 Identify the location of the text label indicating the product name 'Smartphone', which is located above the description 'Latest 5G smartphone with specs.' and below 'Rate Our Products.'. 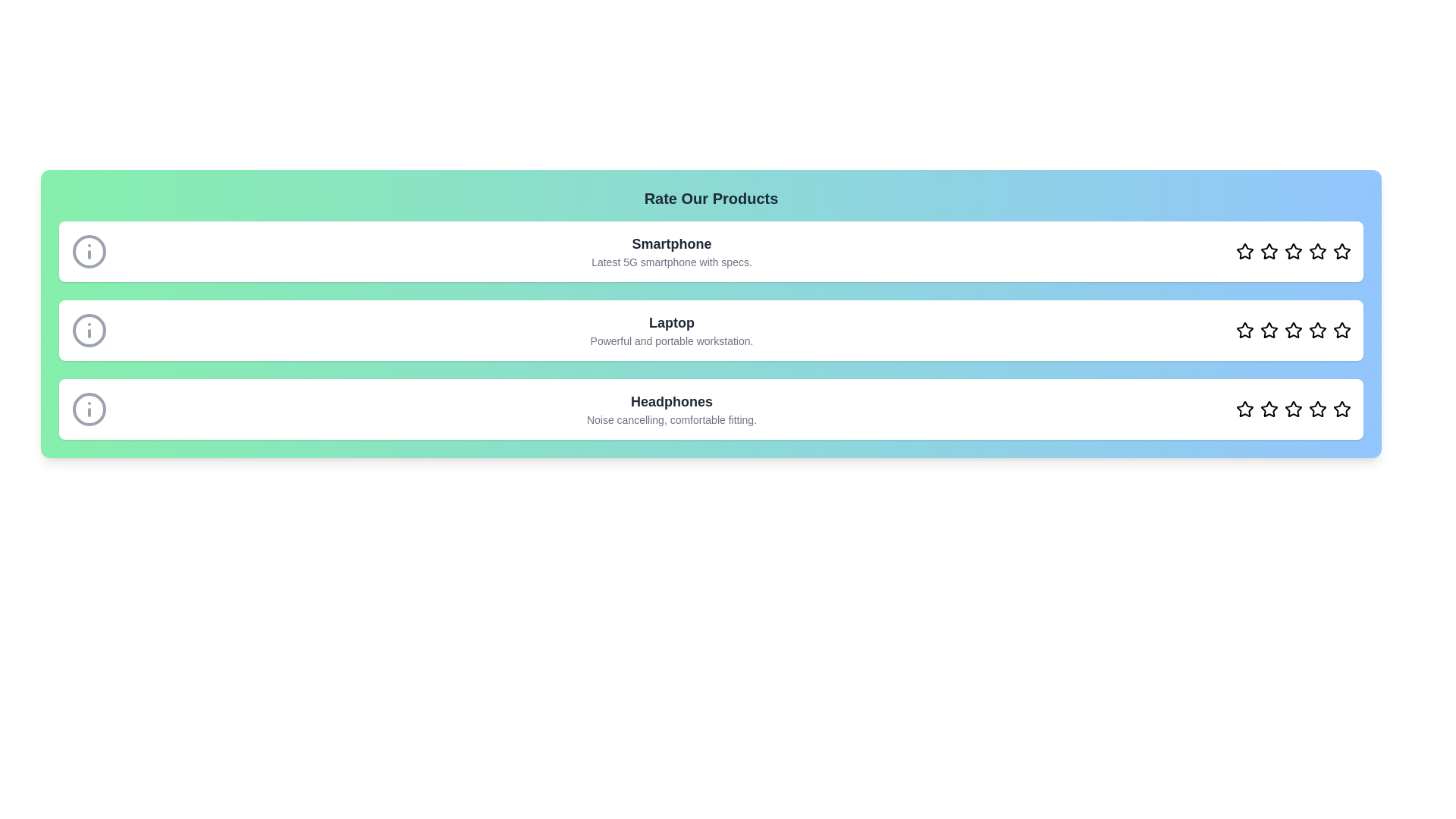
(671, 243).